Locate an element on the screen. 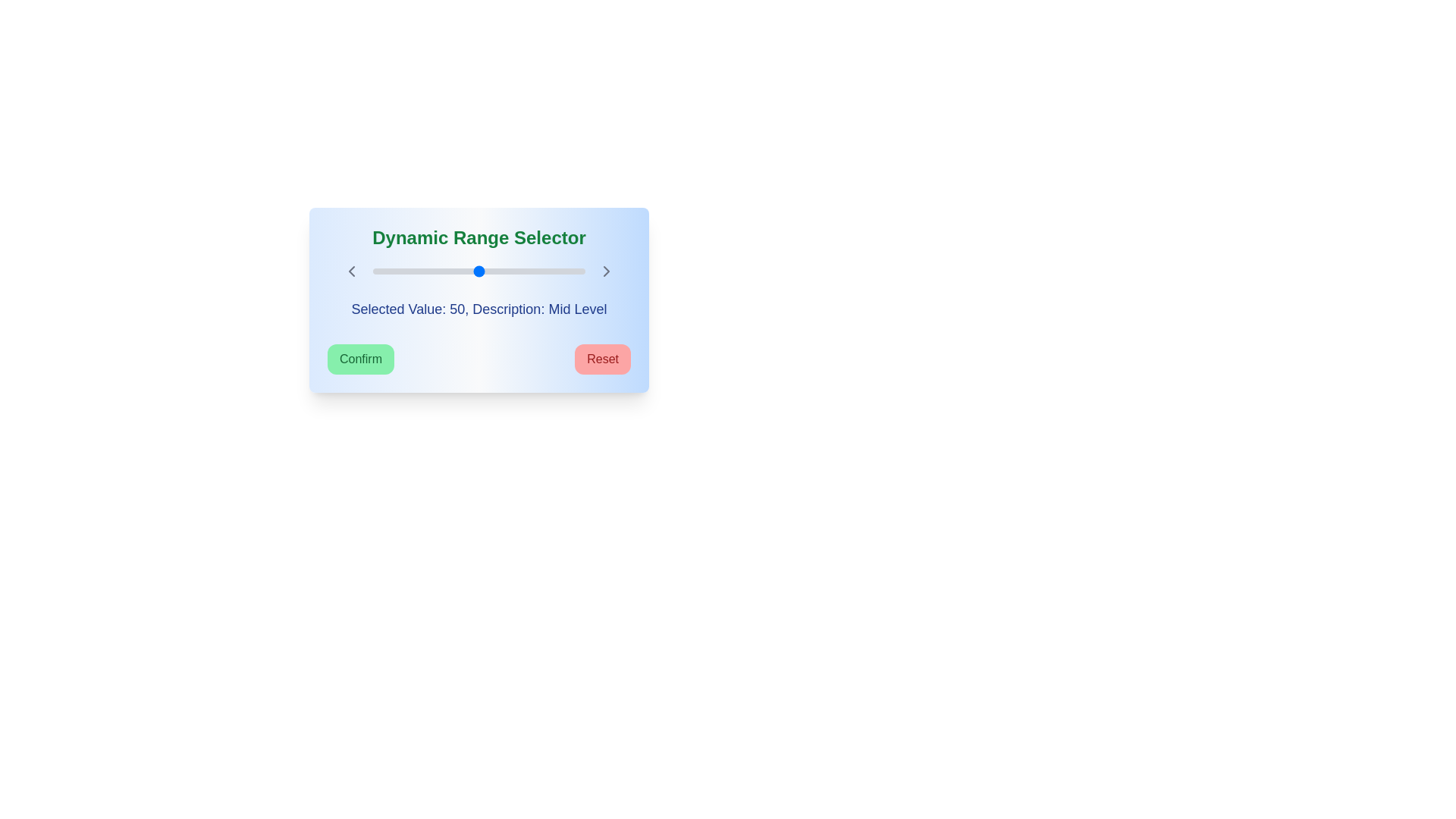  the slider is located at coordinates (546, 271).